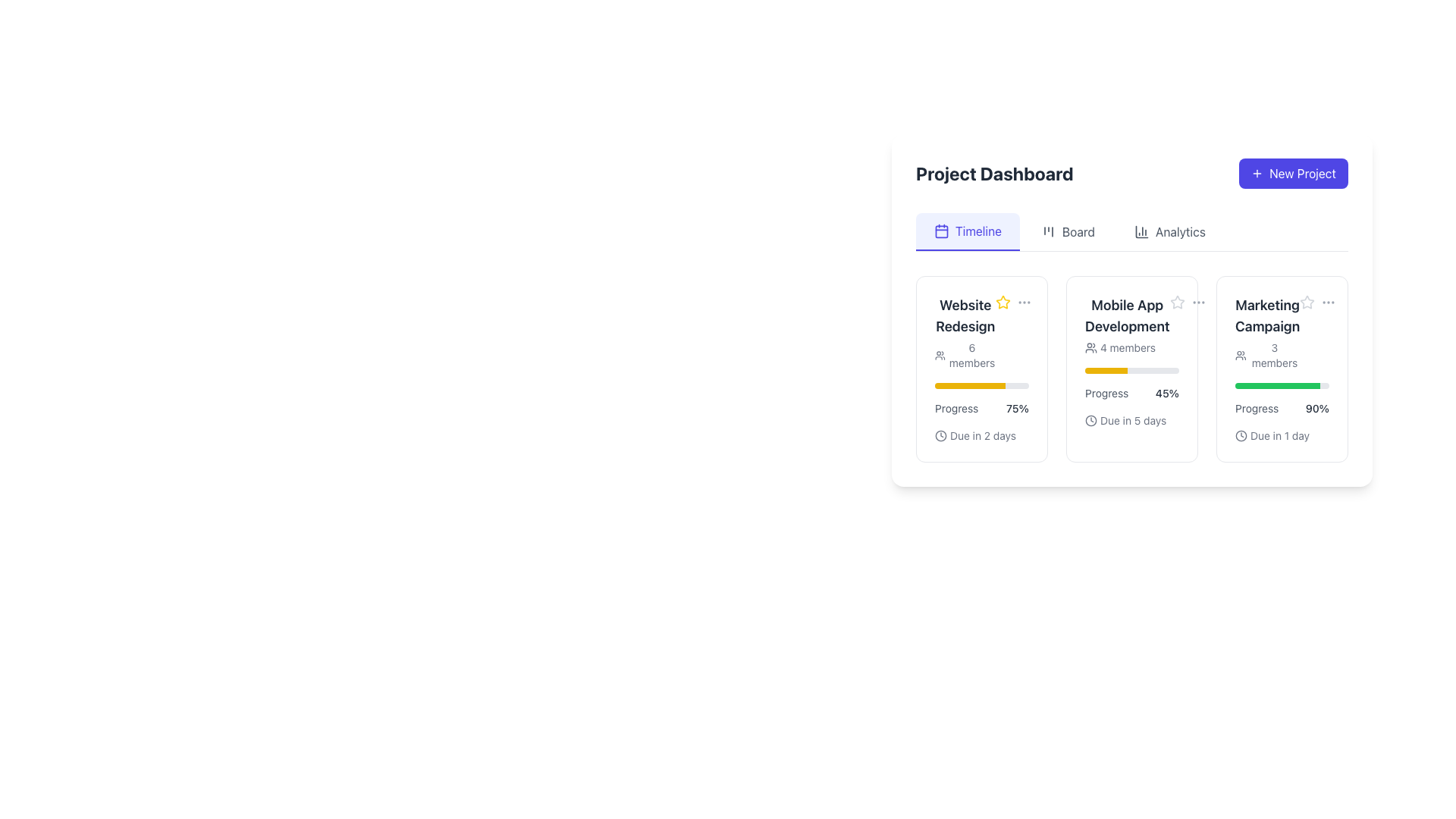 Image resolution: width=1456 pixels, height=819 pixels. What do you see at coordinates (1241, 356) in the screenshot?
I see `the icon representing two human figures, which is located in the 'Marketing Campaign' section of the project dashboard, positioned to the left of '3 members' and above the progress bar` at bounding box center [1241, 356].